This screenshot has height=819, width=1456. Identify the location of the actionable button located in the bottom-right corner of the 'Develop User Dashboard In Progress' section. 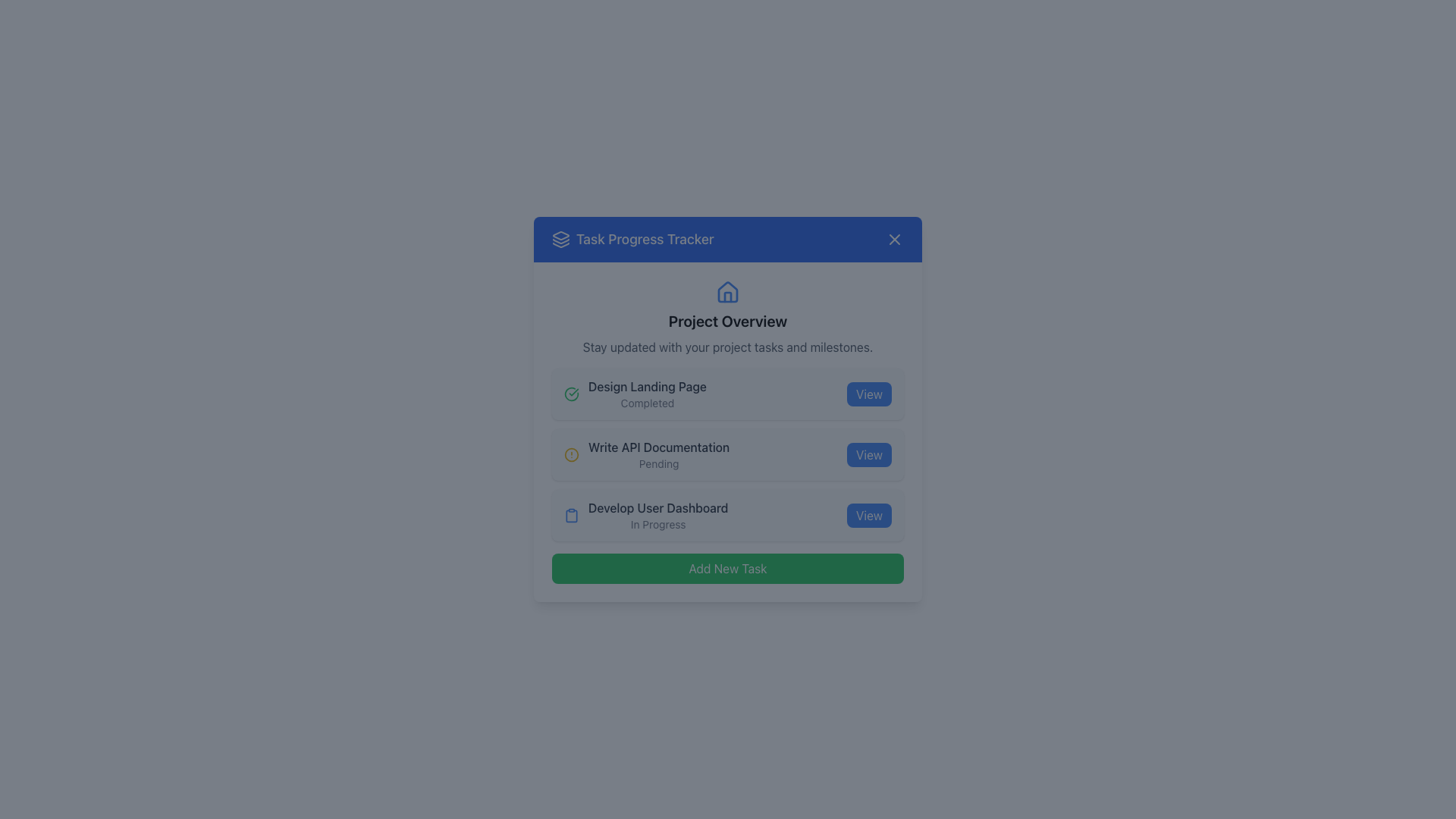
(869, 514).